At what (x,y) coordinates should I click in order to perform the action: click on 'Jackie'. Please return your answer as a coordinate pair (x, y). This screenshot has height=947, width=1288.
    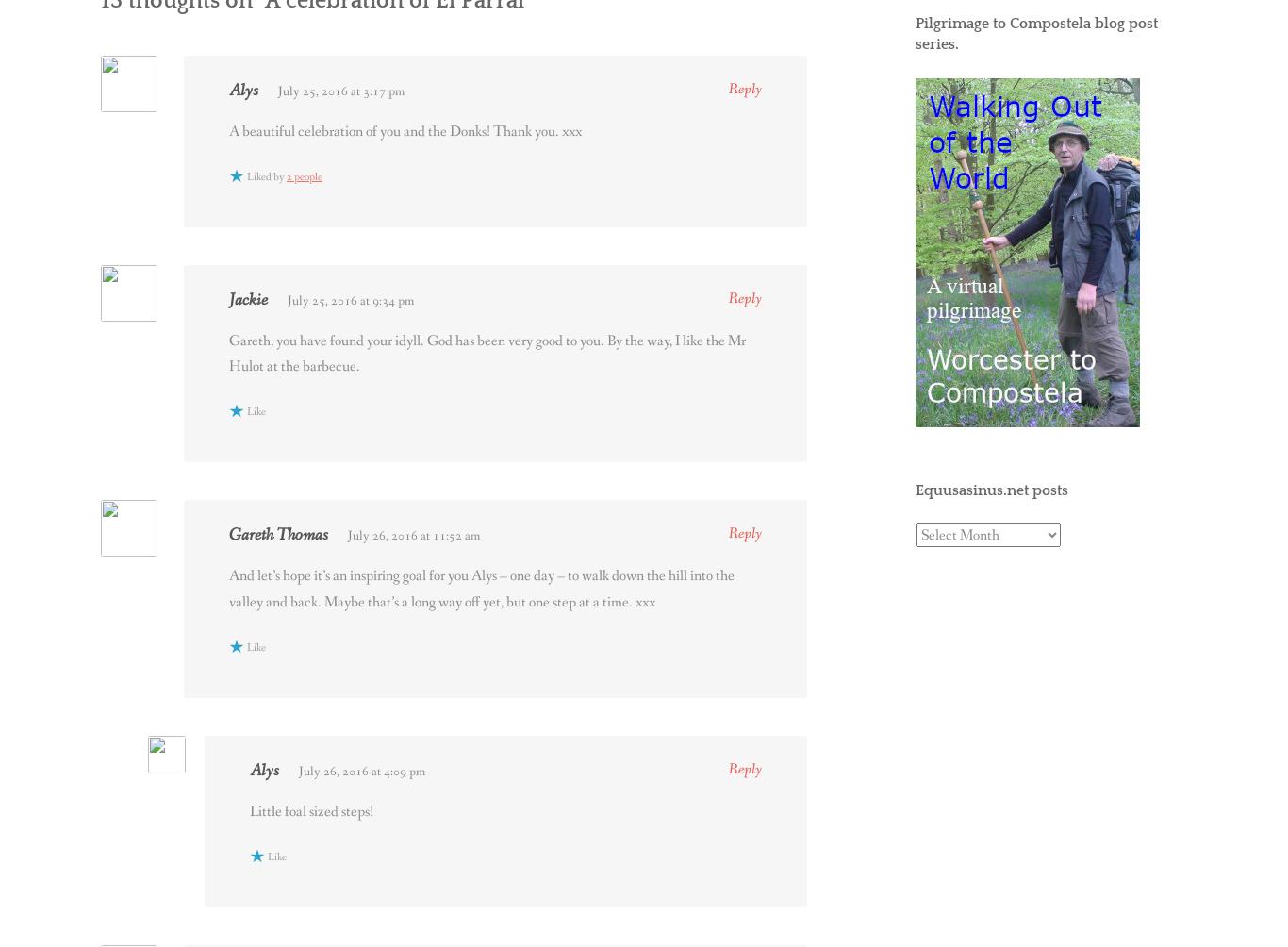
    Looking at the image, I should click on (248, 299).